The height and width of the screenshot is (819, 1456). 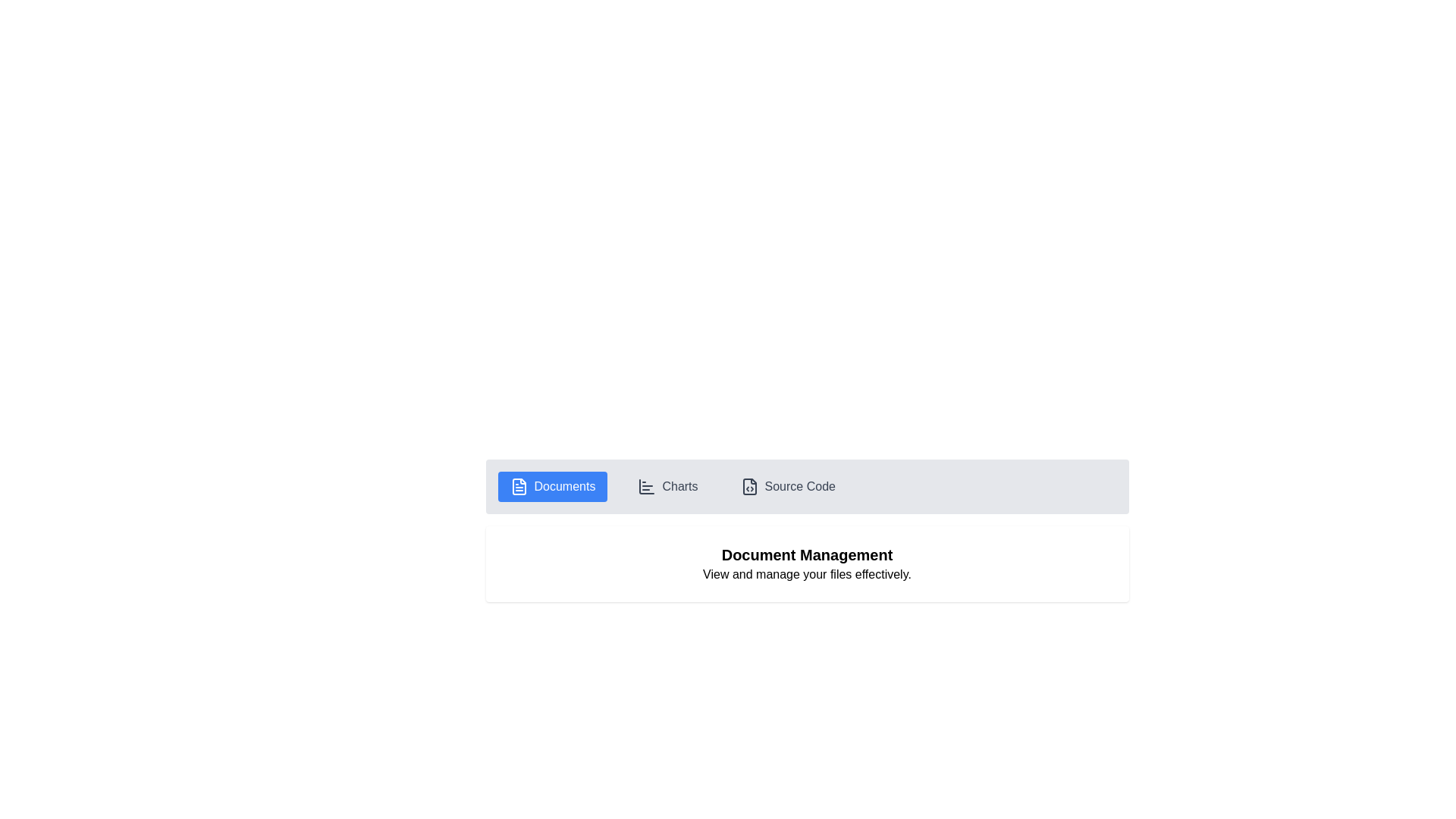 What do you see at coordinates (679, 486) in the screenshot?
I see `the 'Charts' text label in the navigation section` at bounding box center [679, 486].